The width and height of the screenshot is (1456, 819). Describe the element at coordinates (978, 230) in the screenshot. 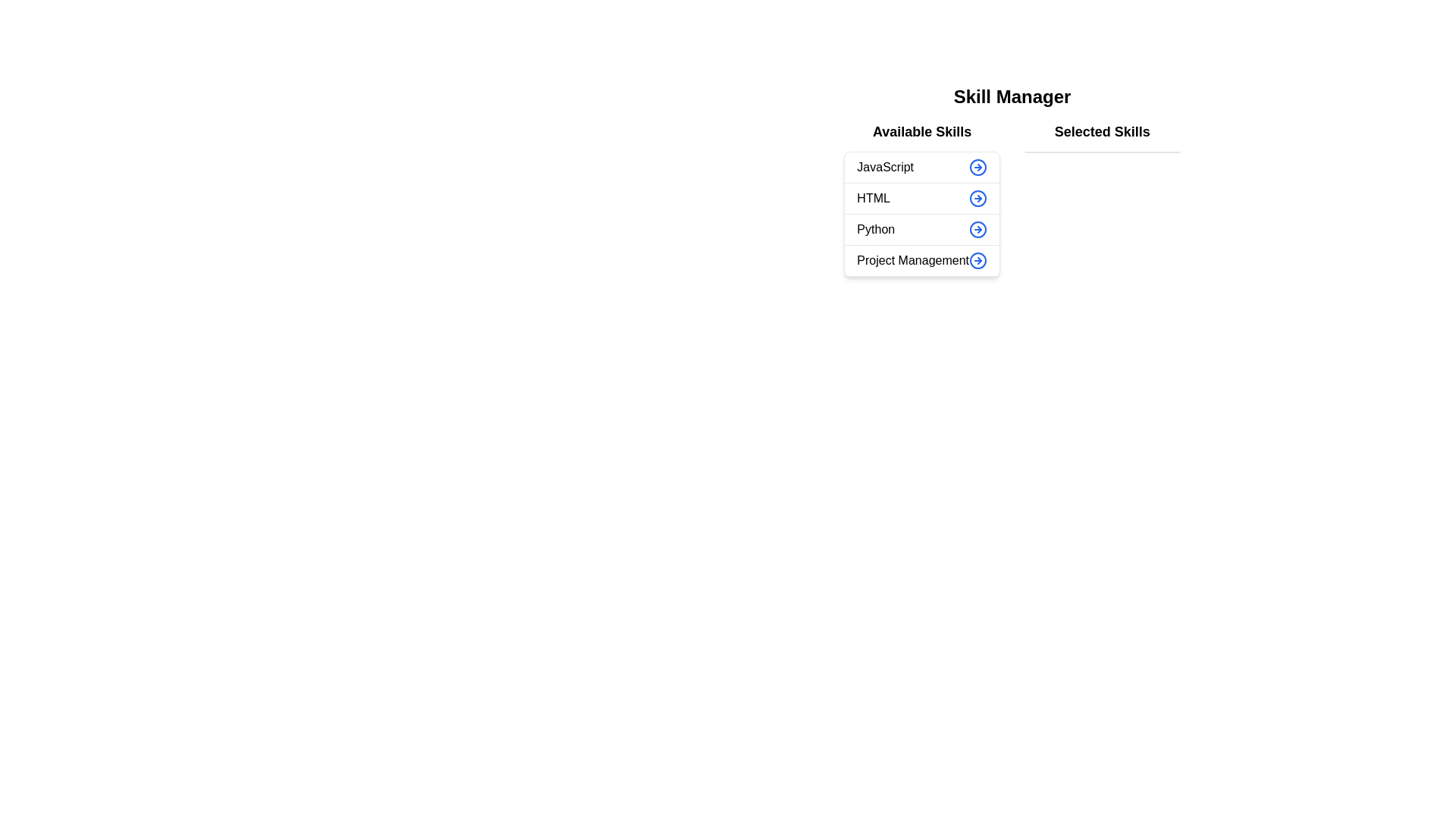

I see `arrow button next to the skill 'Python' in the 'Available Skills' list to transfer it to the 'Selected Skills' list` at that location.